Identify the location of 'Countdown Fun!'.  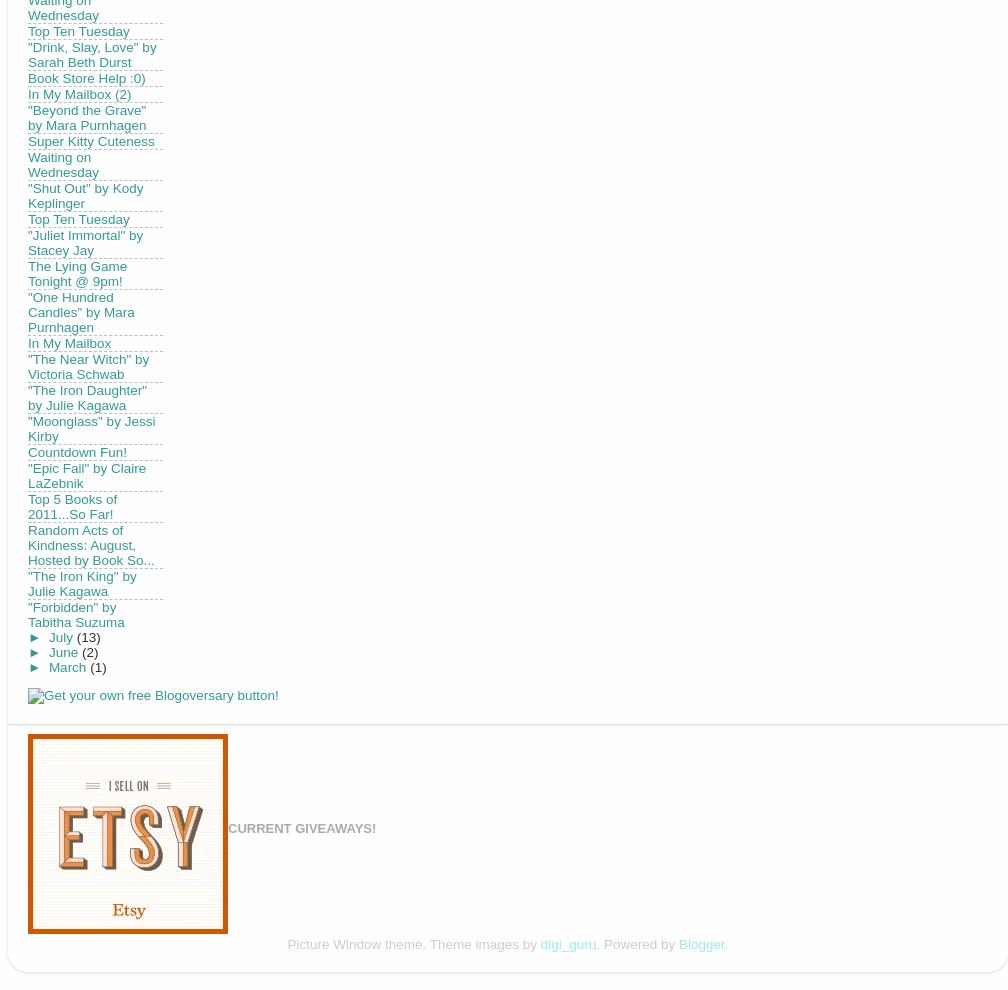
(77, 451).